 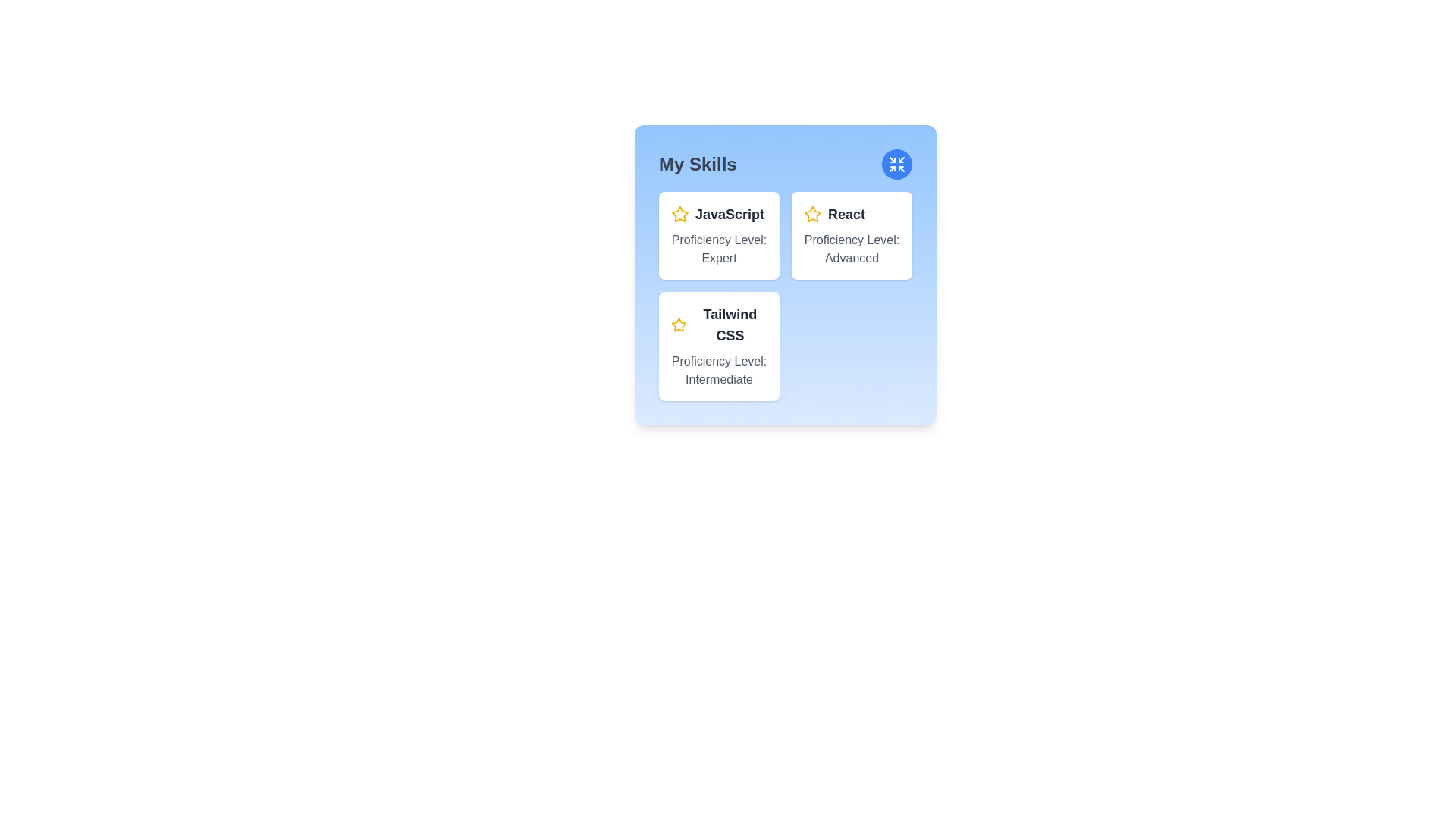 I want to click on the visual emphasis of the star icon representing the recognition of the skill 'Tailwind CSS' located at the top-left corner of the skill card, so click(x=678, y=324).